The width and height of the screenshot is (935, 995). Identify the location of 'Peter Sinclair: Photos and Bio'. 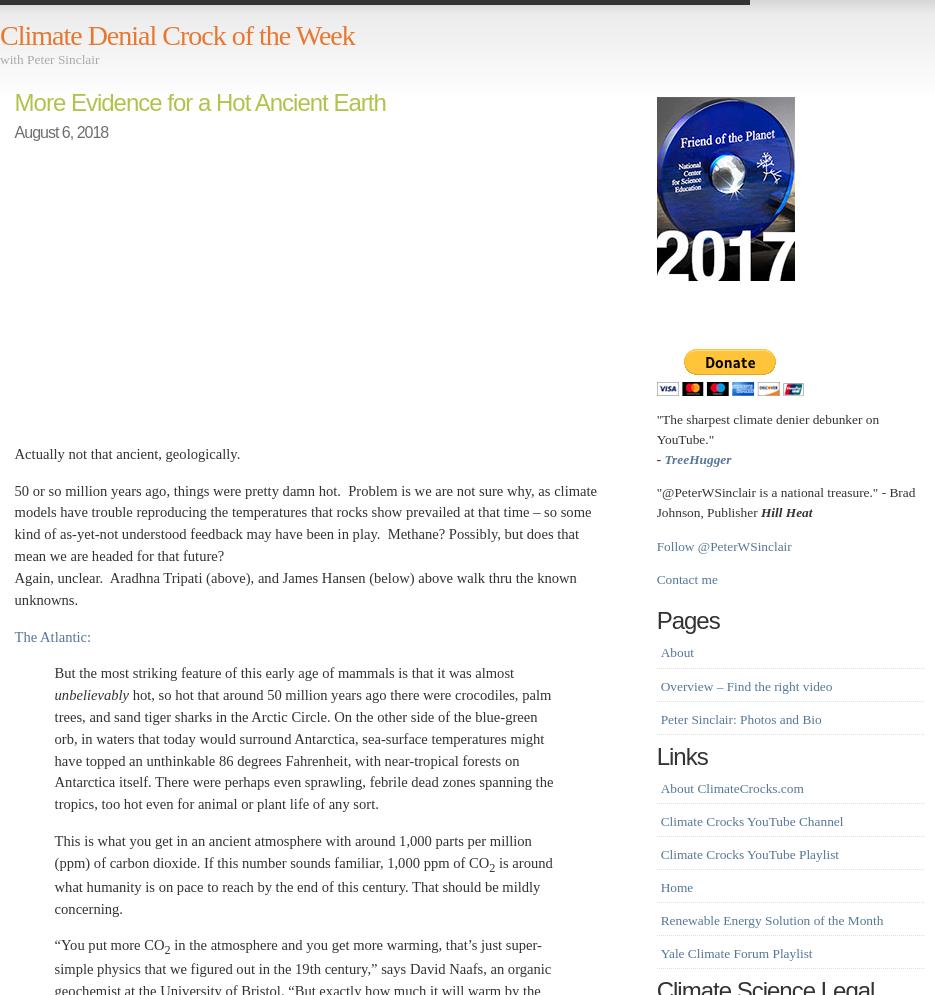
(660, 718).